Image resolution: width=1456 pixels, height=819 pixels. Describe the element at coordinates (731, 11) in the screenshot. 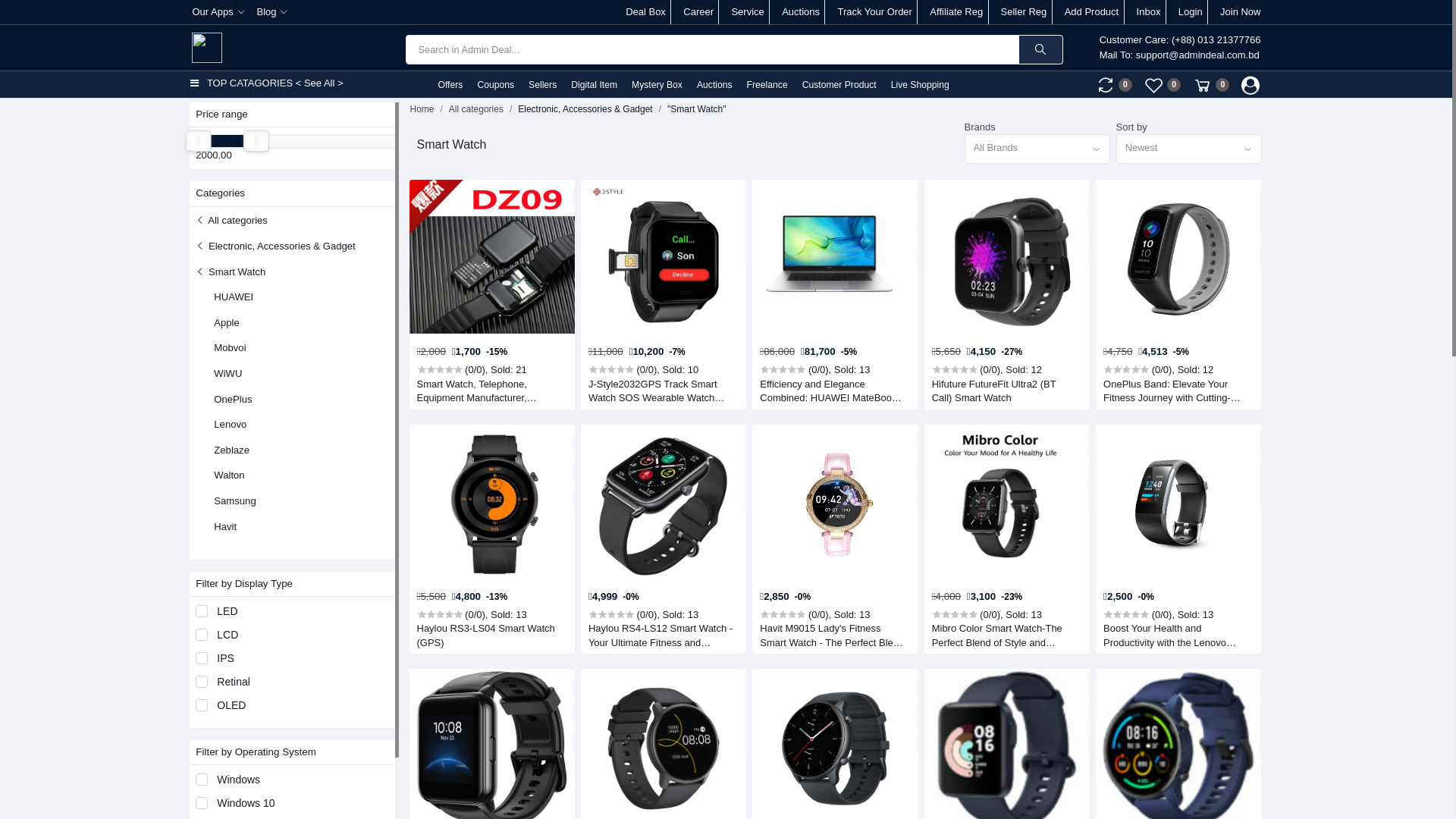

I see `'Service'` at that location.